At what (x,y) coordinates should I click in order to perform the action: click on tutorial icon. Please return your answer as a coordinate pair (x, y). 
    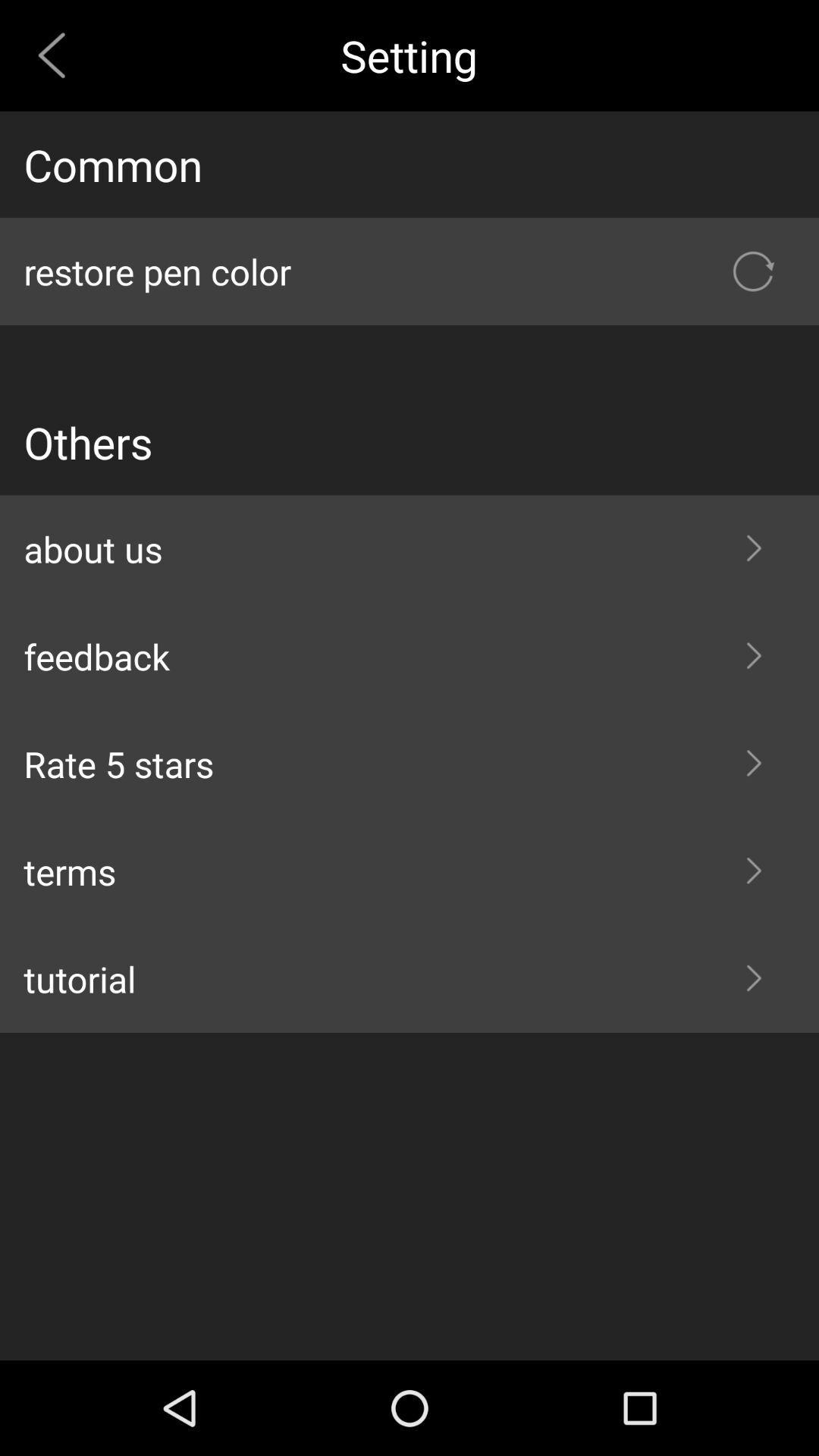
    Looking at the image, I should click on (409, 979).